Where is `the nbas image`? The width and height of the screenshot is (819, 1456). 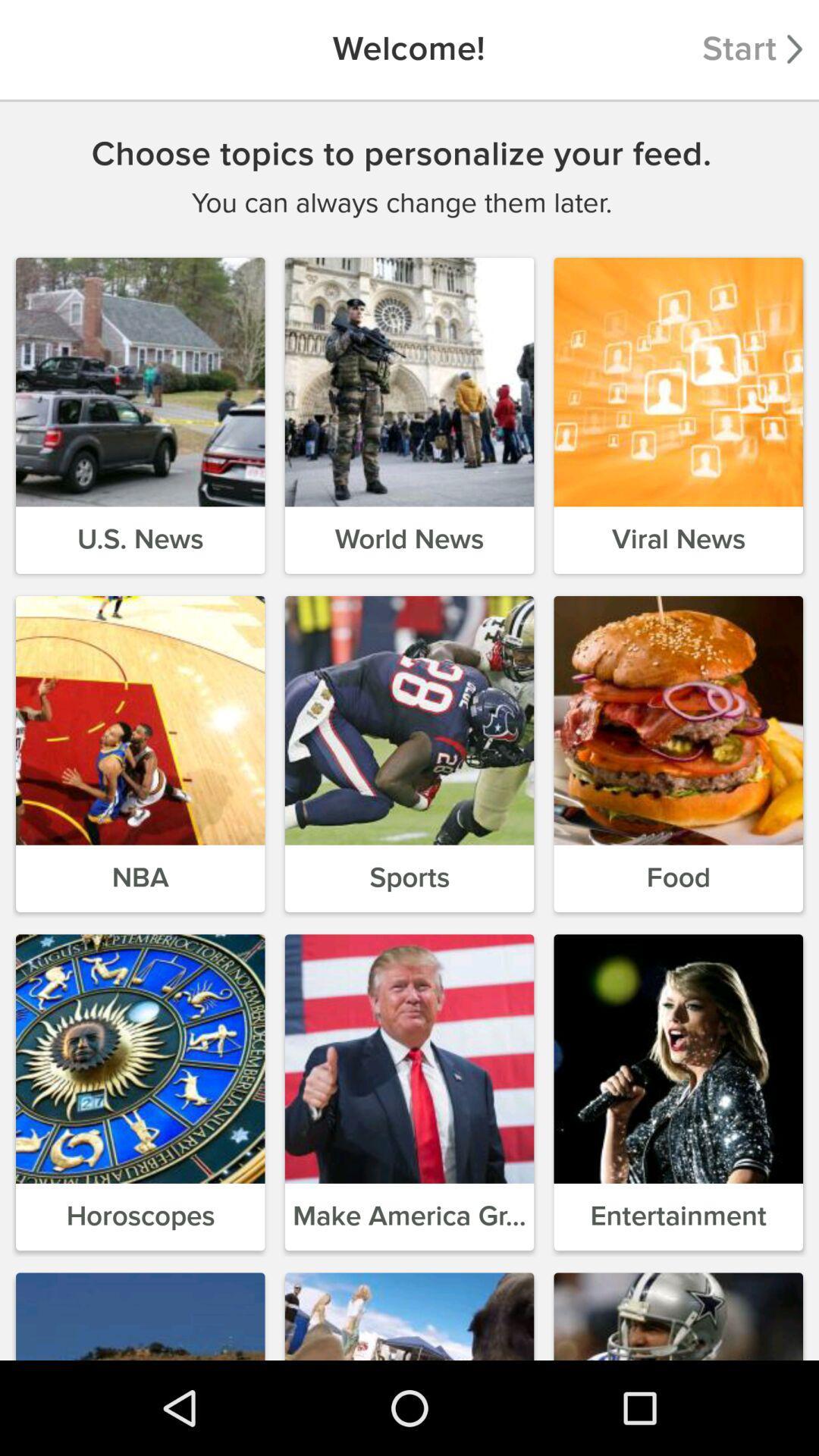
the nbas image is located at coordinates (140, 720).